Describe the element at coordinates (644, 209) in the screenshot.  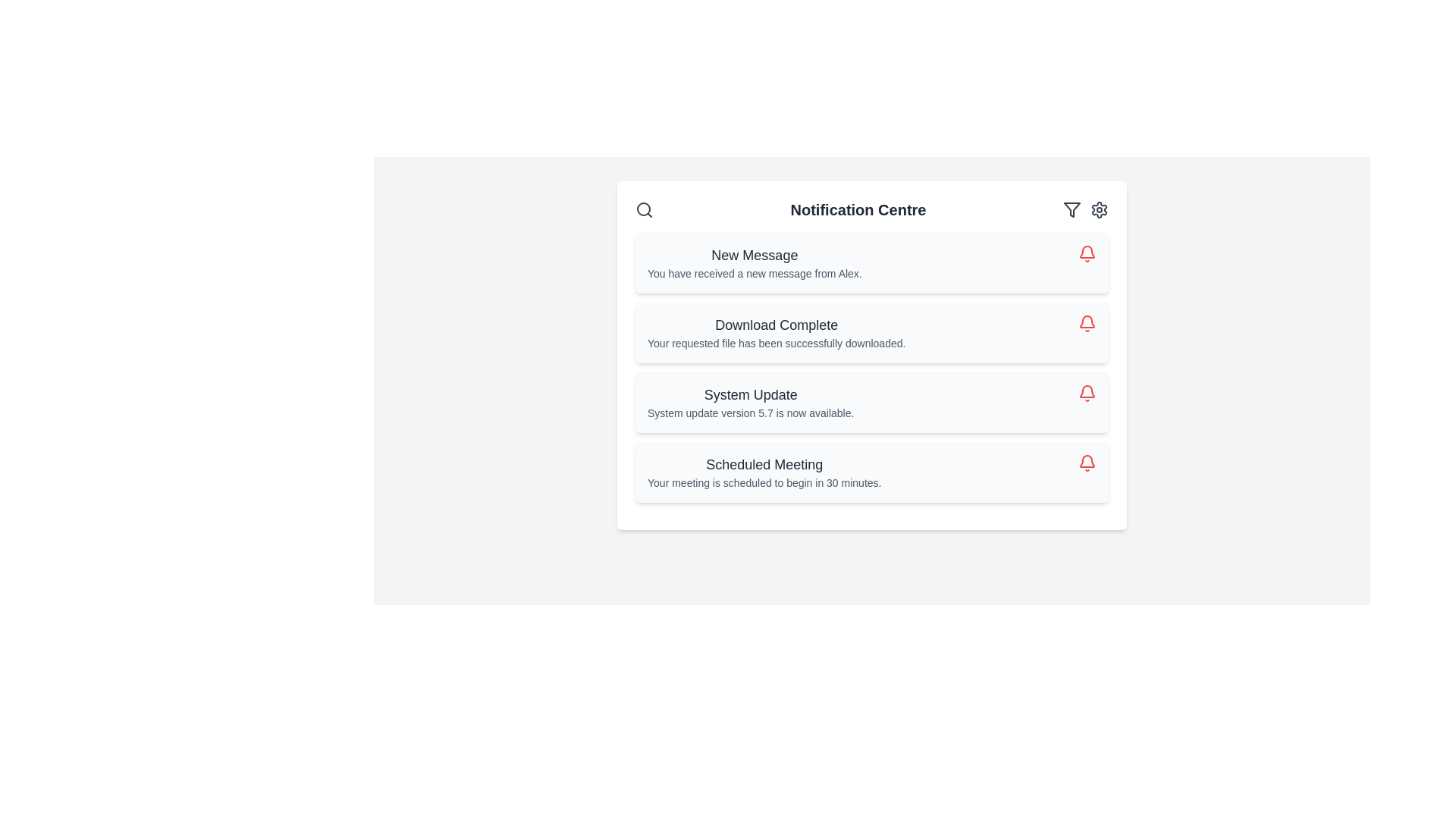
I see `the decorative circle element within the search icon located in the top-left corner of the notification center header` at that location.